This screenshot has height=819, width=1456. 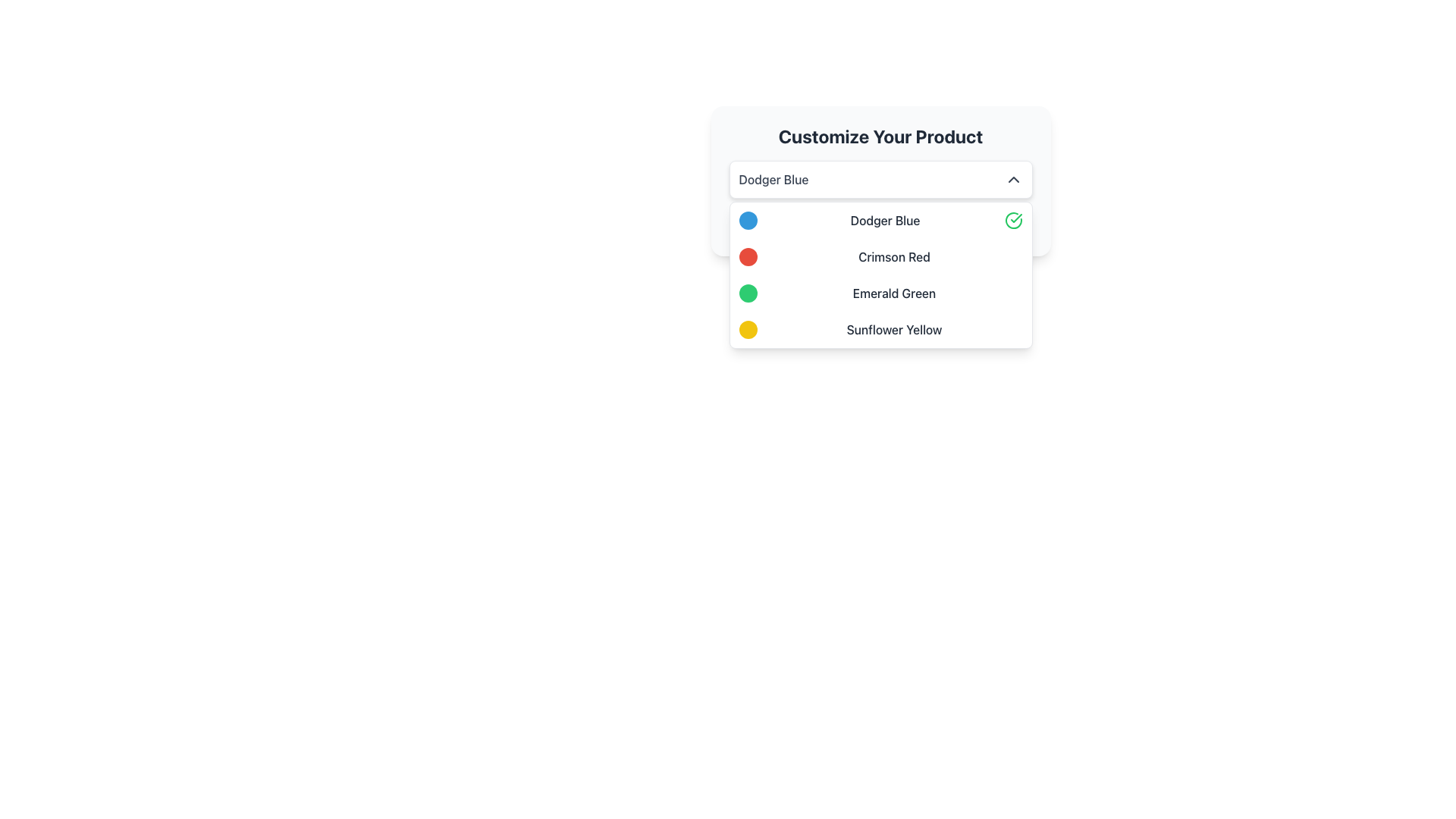 What do you see at coordinates (880, 220) in the screenshot?
I see `the first selectable item in the color choice dropdown menu located below the 'Customize Your Product' input` at bounding box center [880, 220].